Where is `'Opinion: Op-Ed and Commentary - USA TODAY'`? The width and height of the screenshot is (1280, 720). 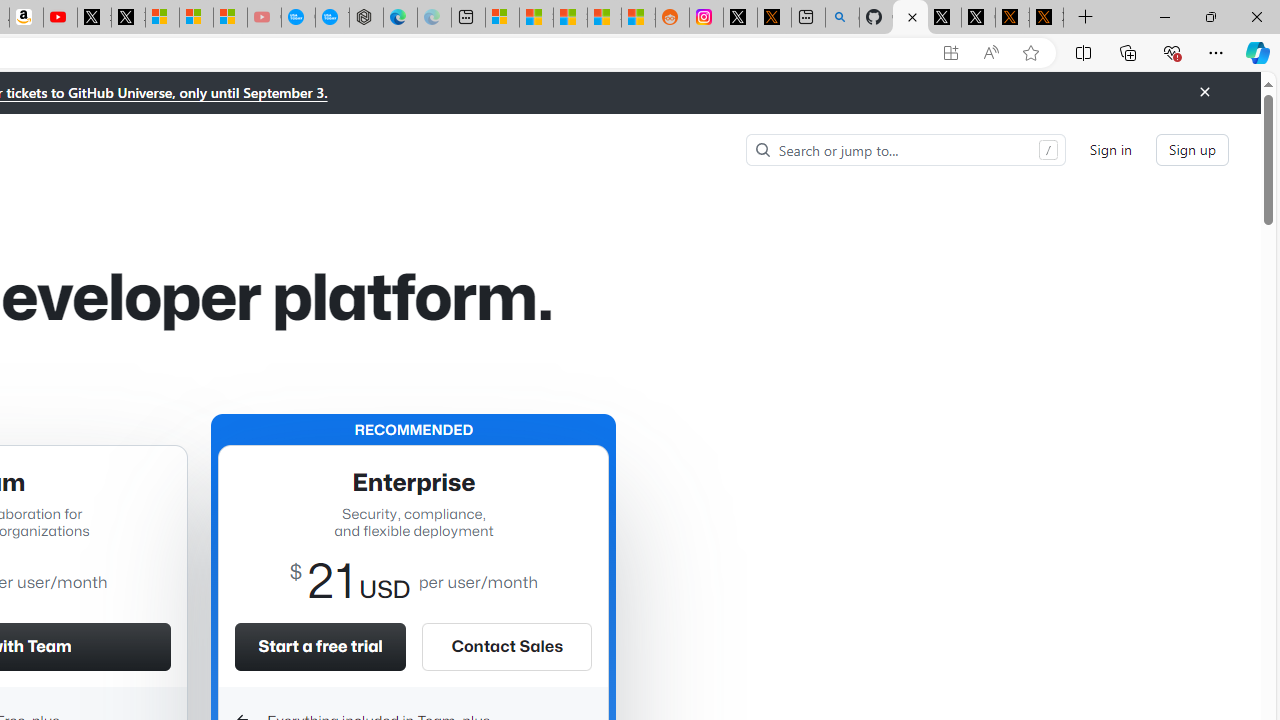 'Opinion: Op-Ed and Commentary - USA TODAY' is located at coordinates (297, 17).